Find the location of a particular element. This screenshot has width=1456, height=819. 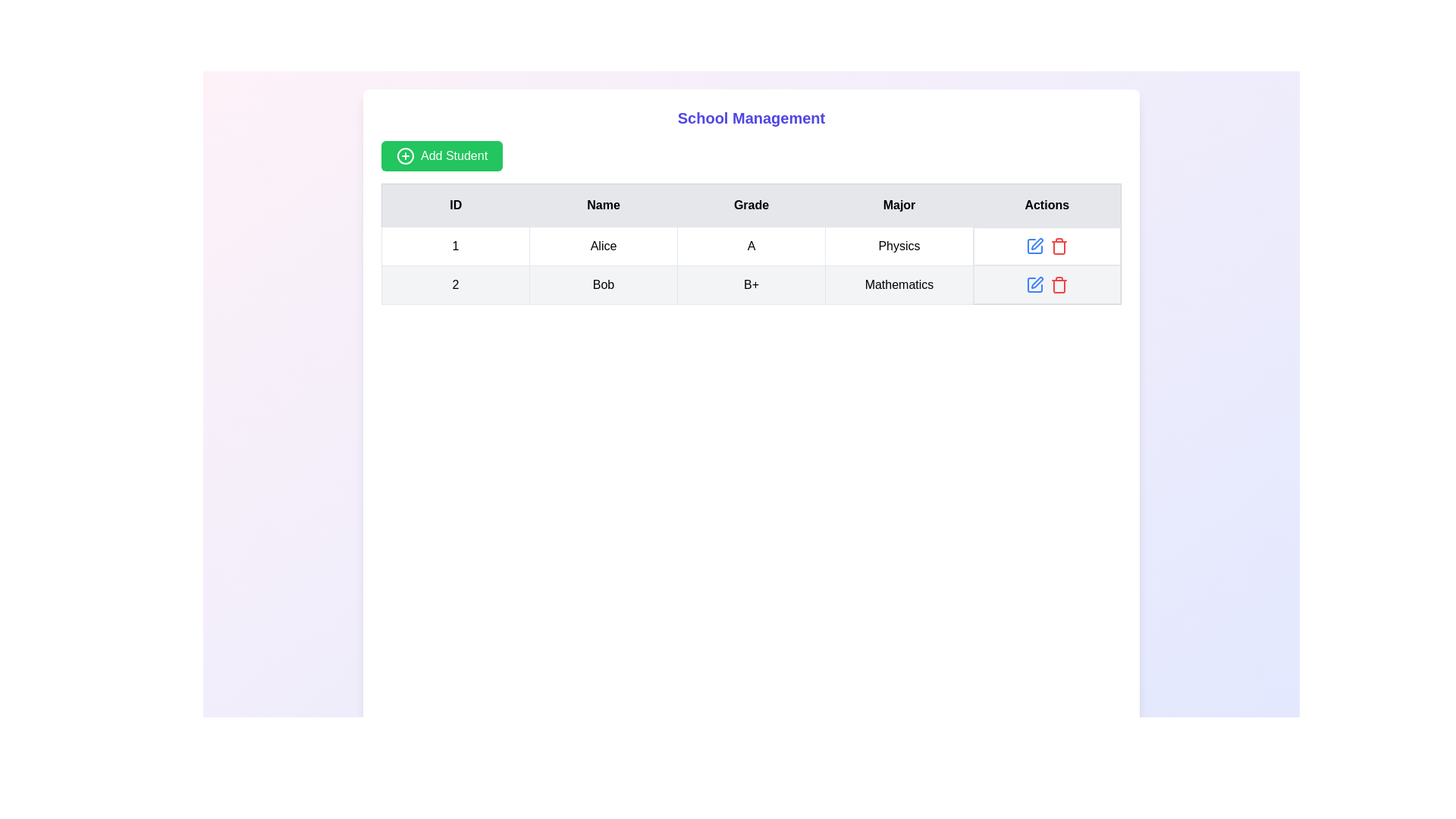

the read-only text display field representing Alice's major in the fourth column of the first row of the table is located at coordinates (899, 245).